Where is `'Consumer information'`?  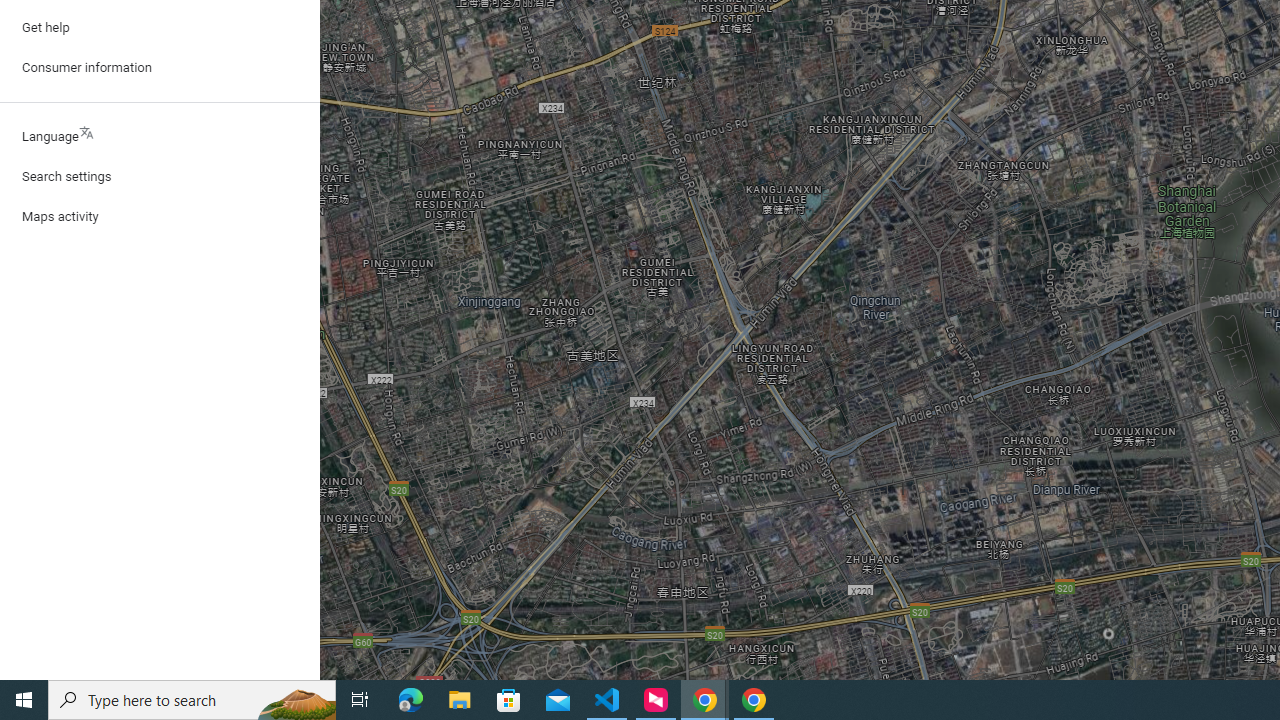 'Consumer information' is located at coordinates (160, 67).